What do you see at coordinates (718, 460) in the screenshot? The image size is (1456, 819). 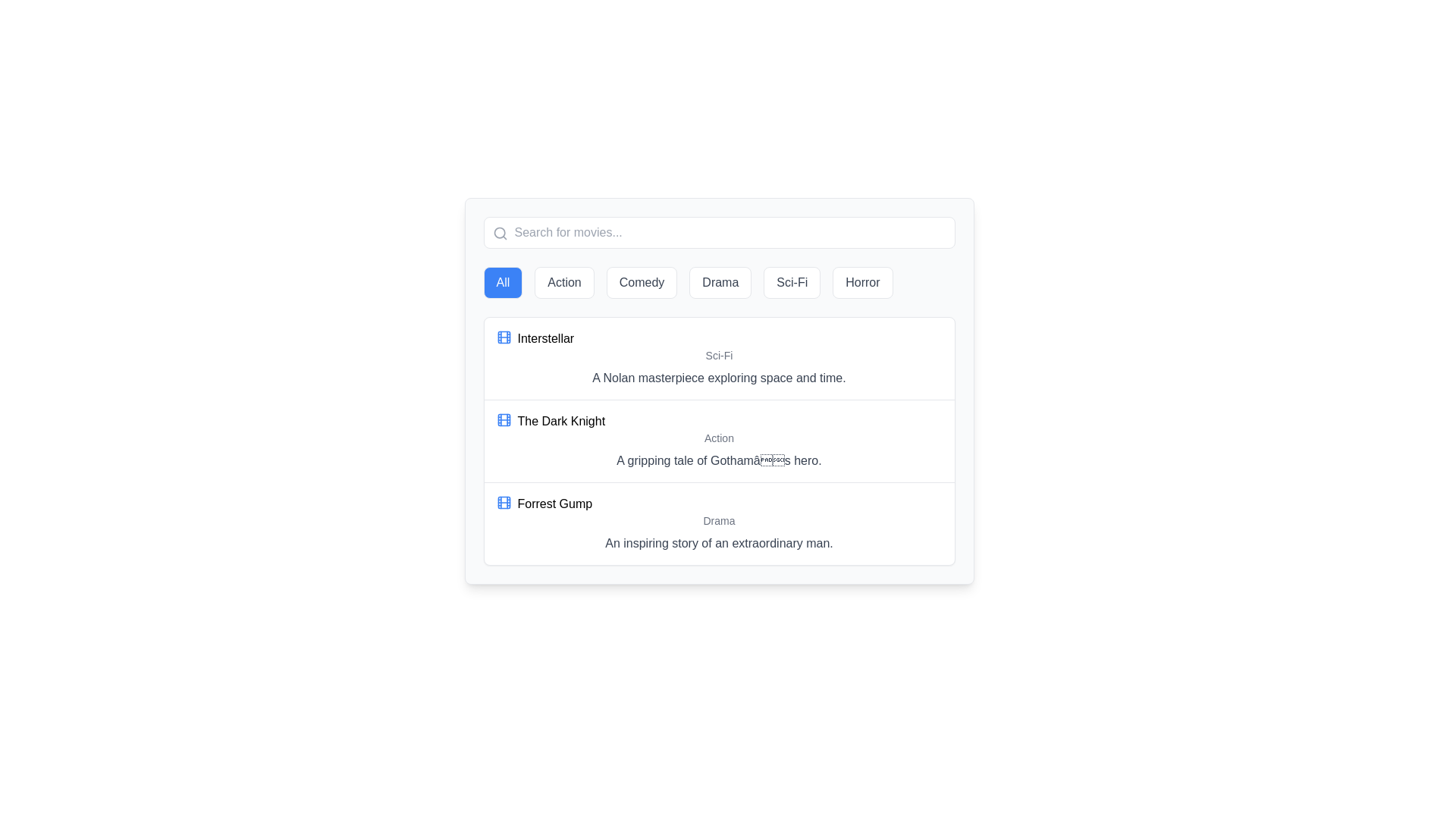 I see `the text label reading 'A gripping tale of Gotham’s hero.' located below the title 'The Dark Knight' and the genre 'Action' in the movie entry section` at bounding box center [718, 460].